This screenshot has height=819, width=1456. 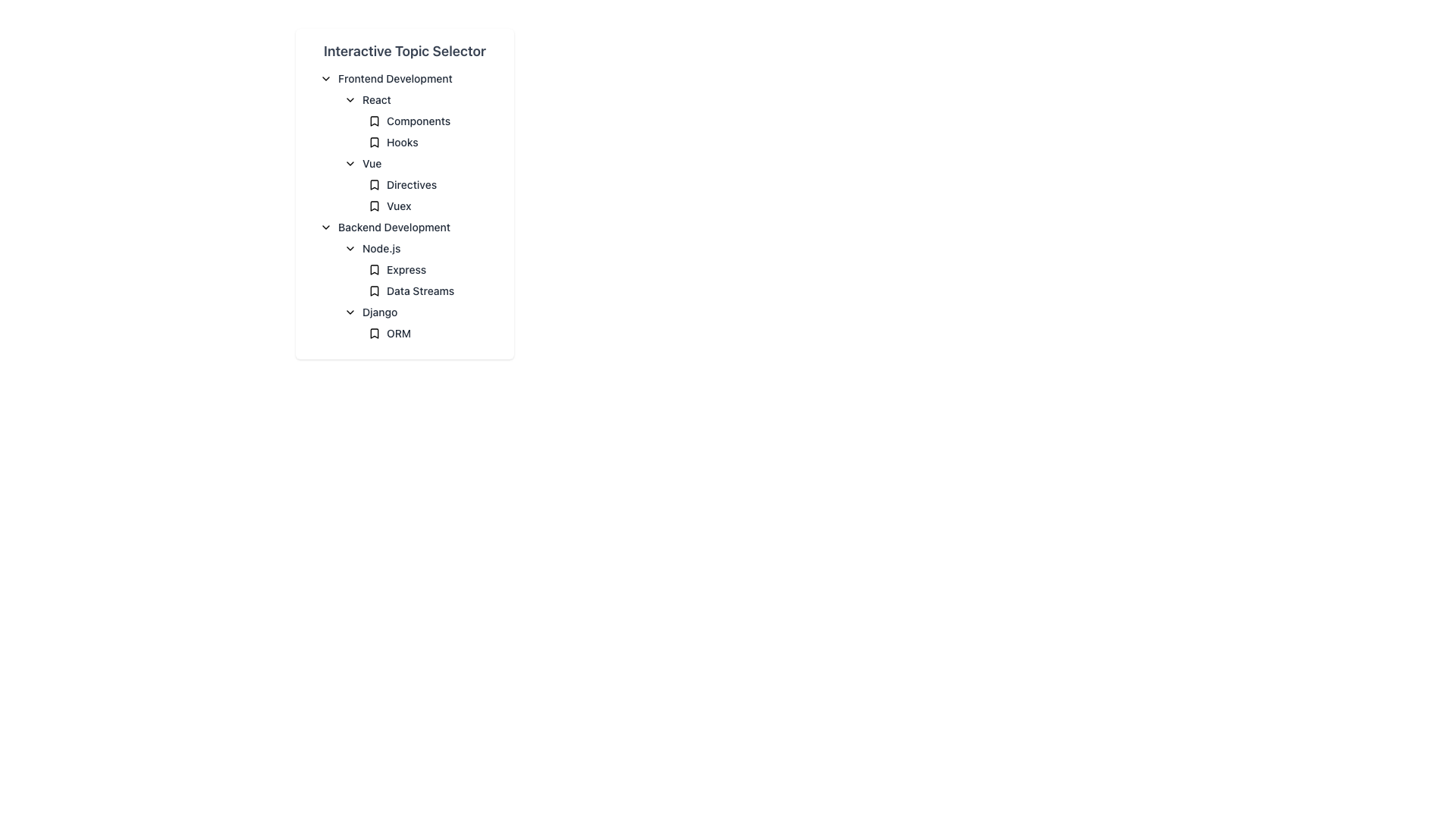 I want to click on the 'Express' menu item, which is the first item in the 'Node.js' subsection under 'Backend Development', so click(x=428, y=281).